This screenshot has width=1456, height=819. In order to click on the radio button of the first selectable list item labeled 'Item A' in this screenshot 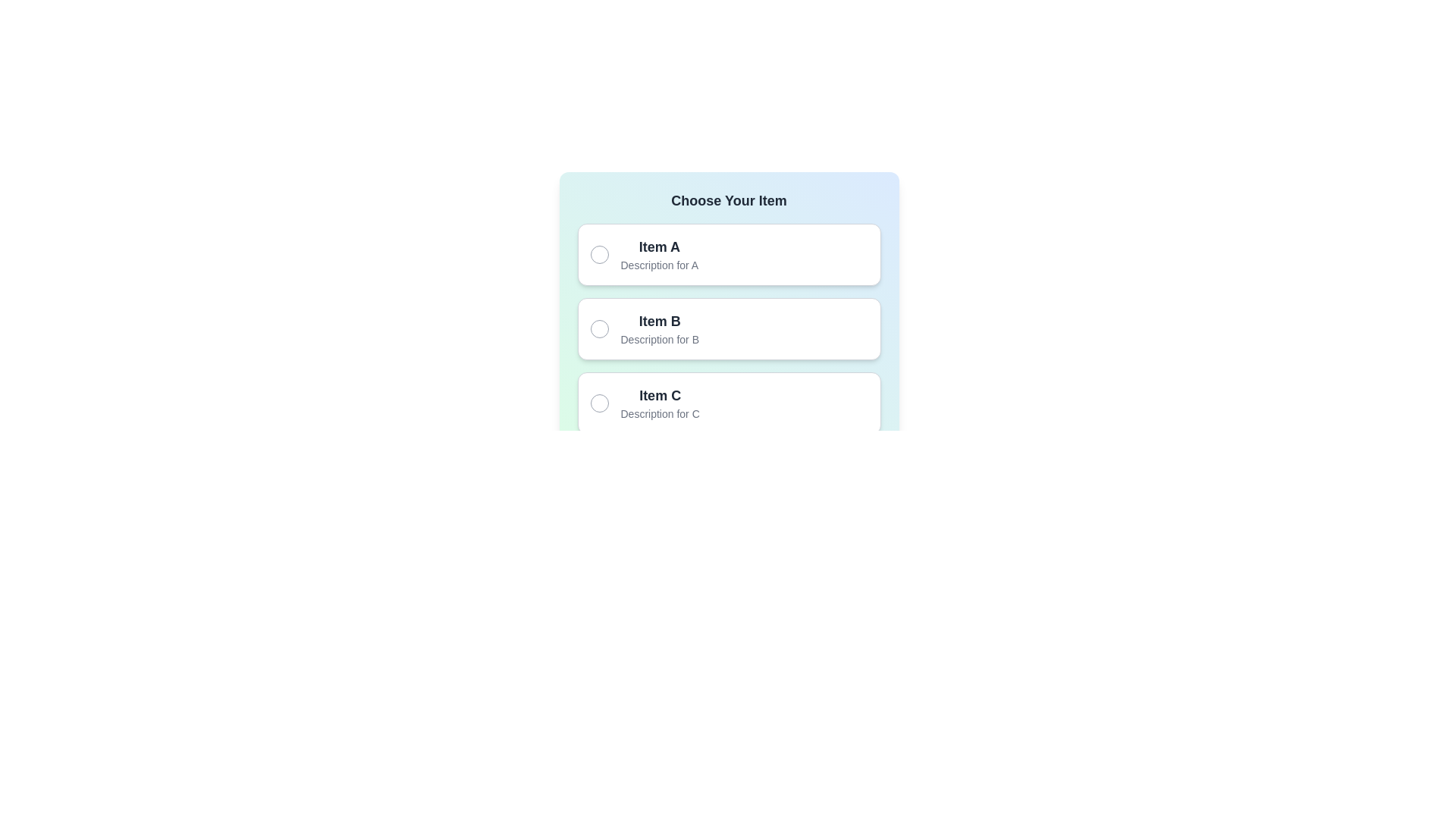, I will do `click(729, 253)`.